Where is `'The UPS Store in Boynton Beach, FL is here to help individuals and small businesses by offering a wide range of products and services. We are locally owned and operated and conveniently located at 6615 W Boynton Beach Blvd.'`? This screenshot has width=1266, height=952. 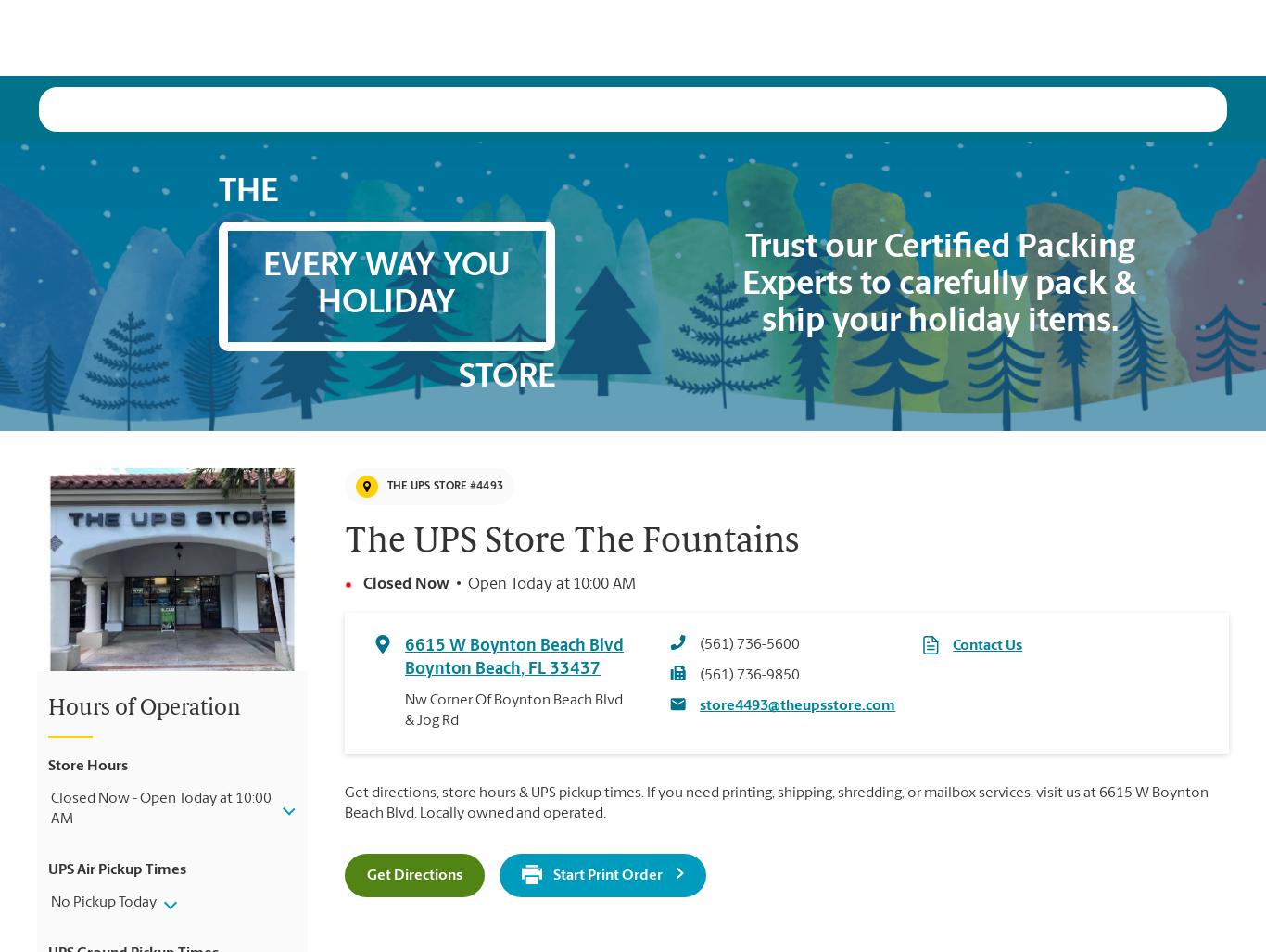 'The UPS Store in Boynton Beach, FL is here to help individuals and small businesses by offering a wide range of products and services. We are locally owned and operated and conveniently located at 6615 W Boynton Beach Blvd.' is located at coordinates (379, 891).